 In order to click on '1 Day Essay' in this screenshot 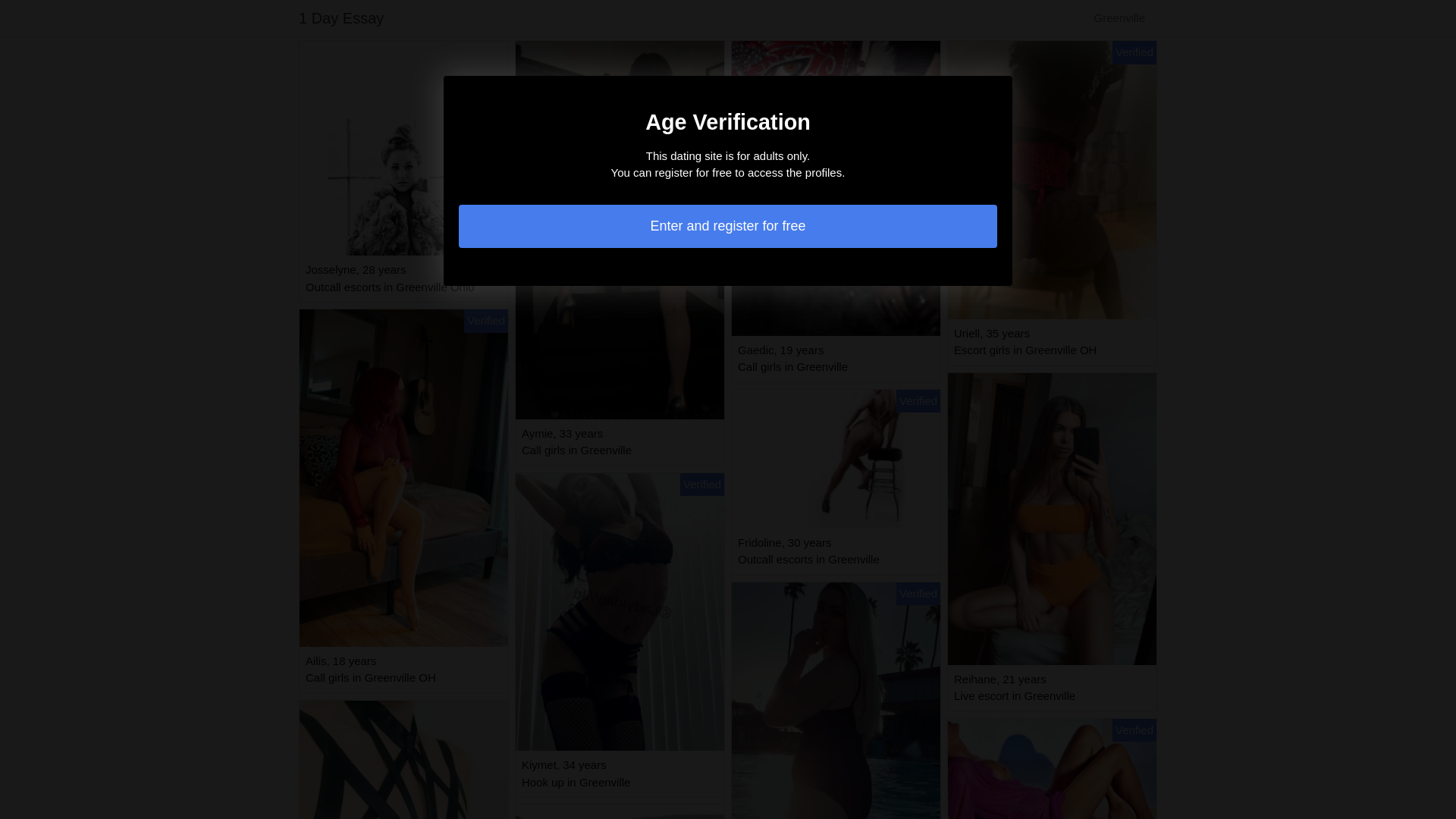, I will do `click(298, 17)`.